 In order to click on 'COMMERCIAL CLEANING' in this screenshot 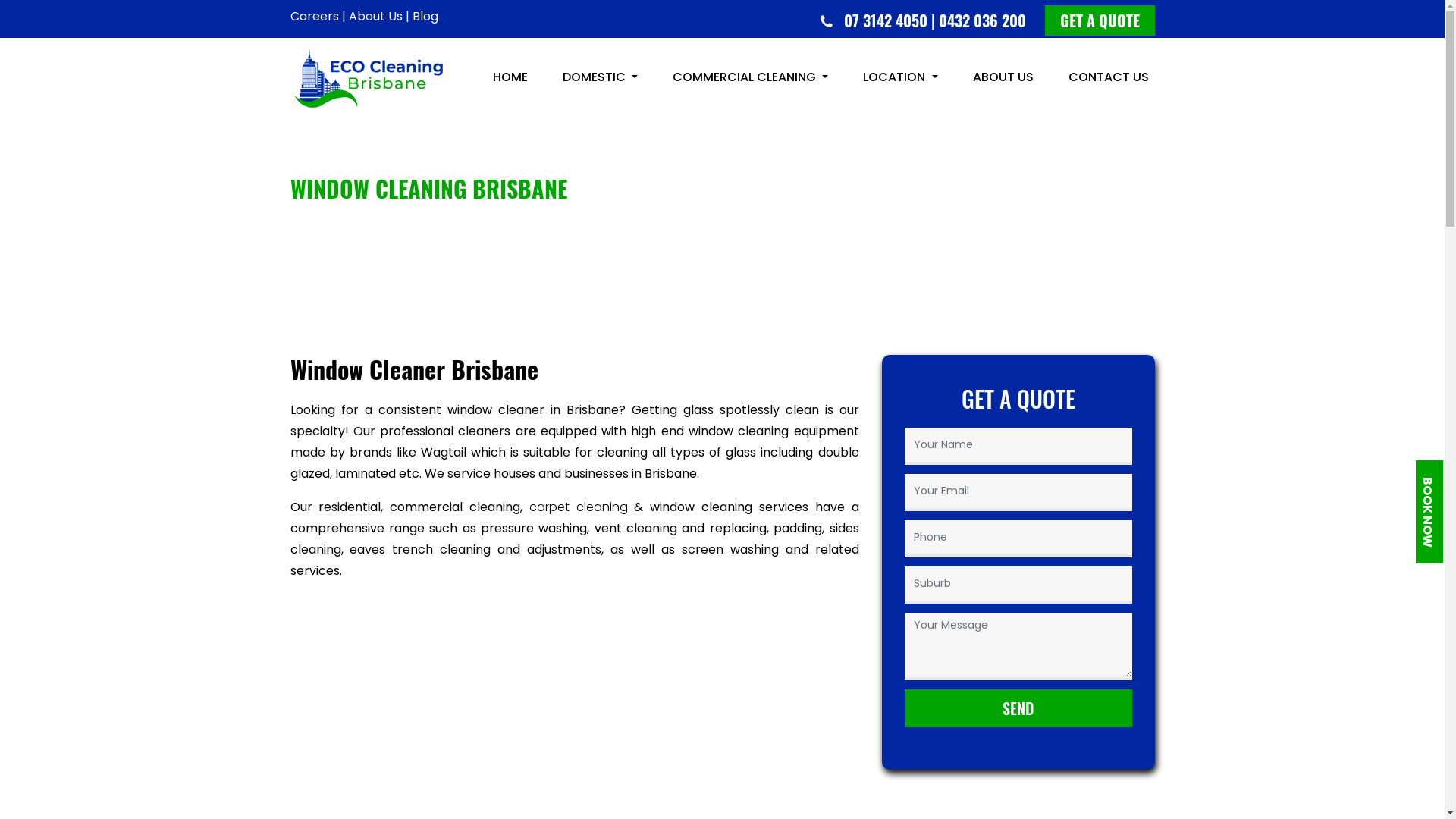, I will do `click(750, 77)`.